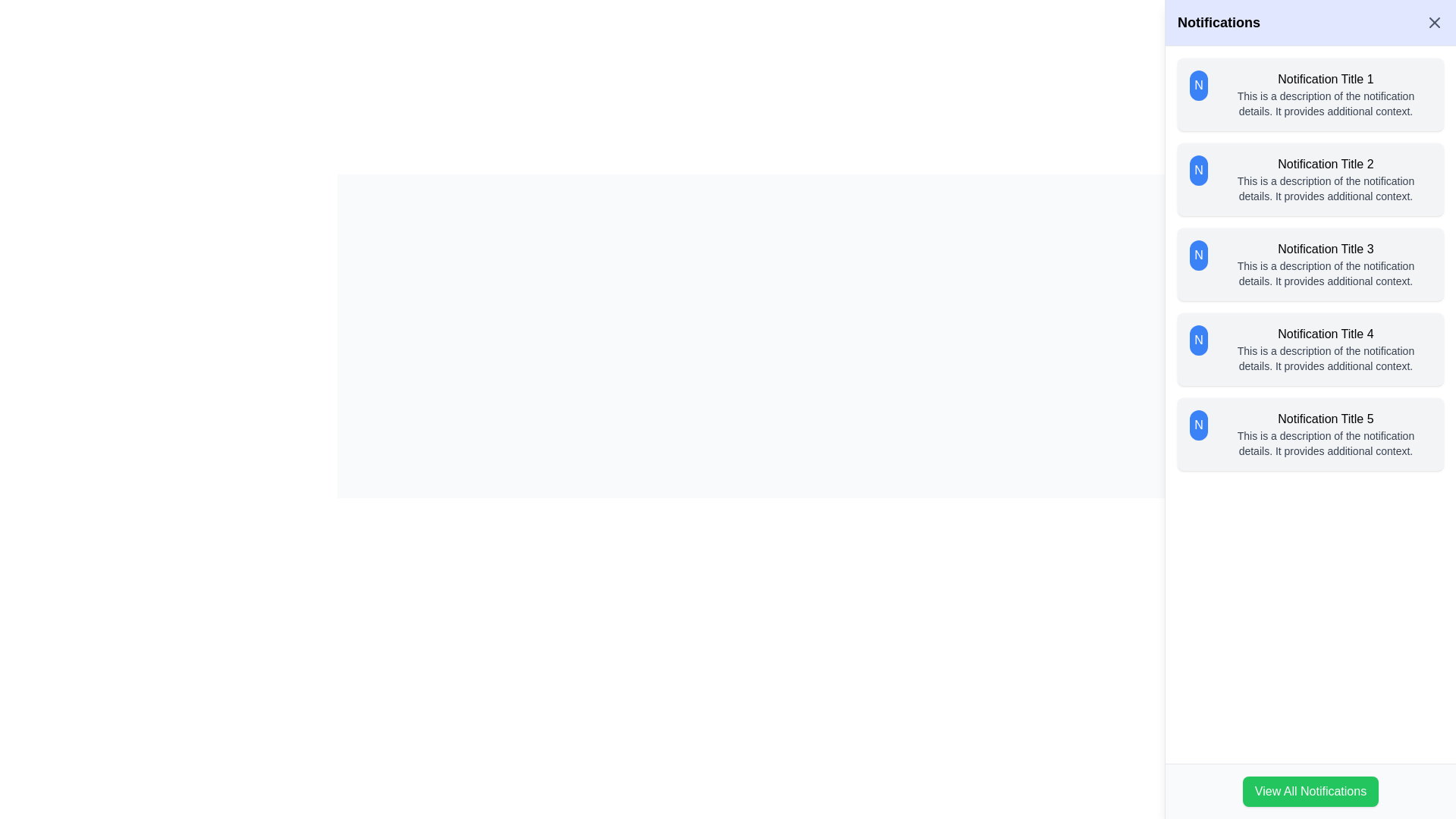 This screenshot has width=1456, height=819. Describe the element at coordinates (1197, 339) in the screenshot. I see `the circular blue icon with a white 'N' in the center` at that location.